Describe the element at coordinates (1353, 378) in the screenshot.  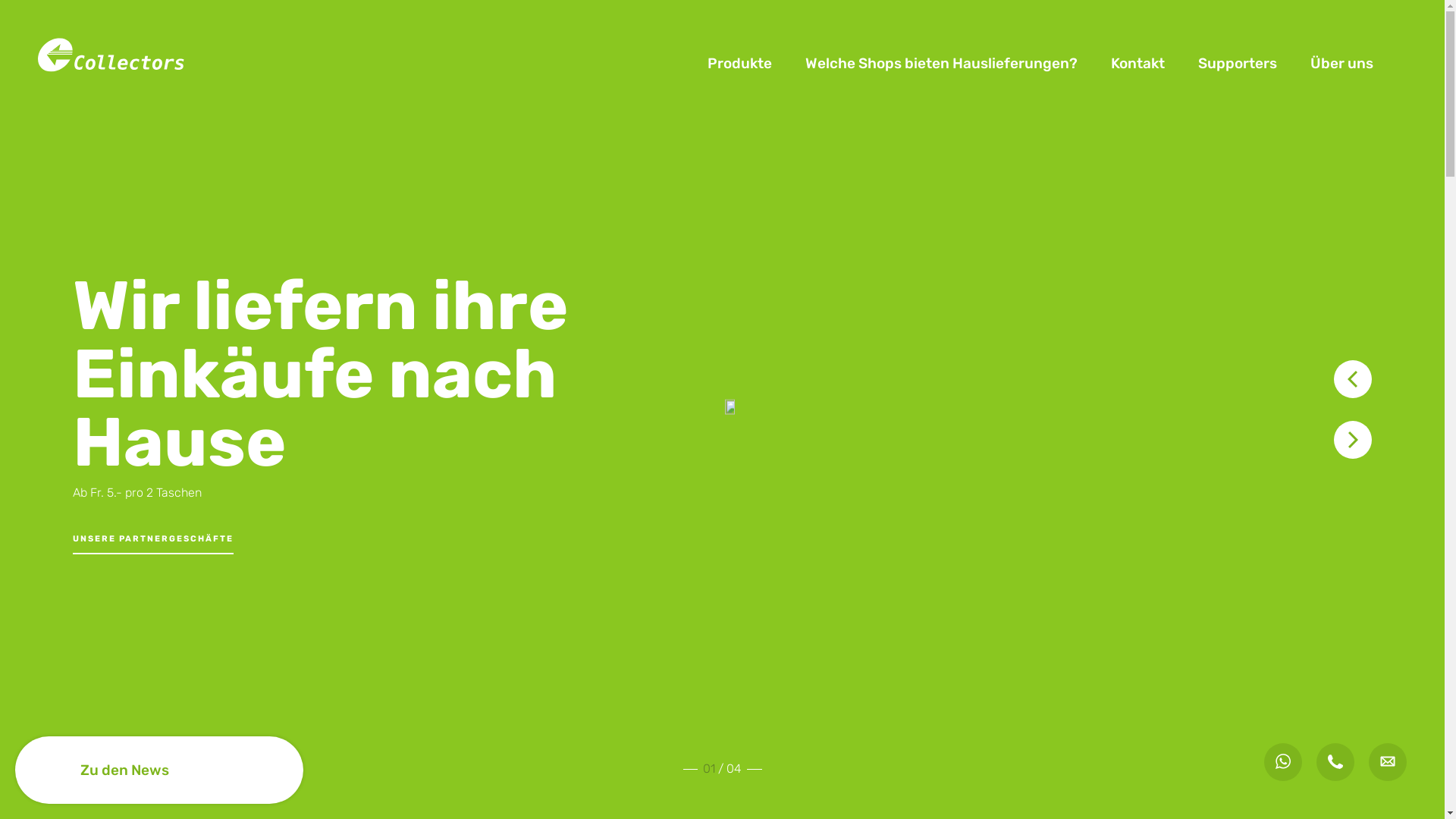
I see `'Vorherige Folie'` at that location.